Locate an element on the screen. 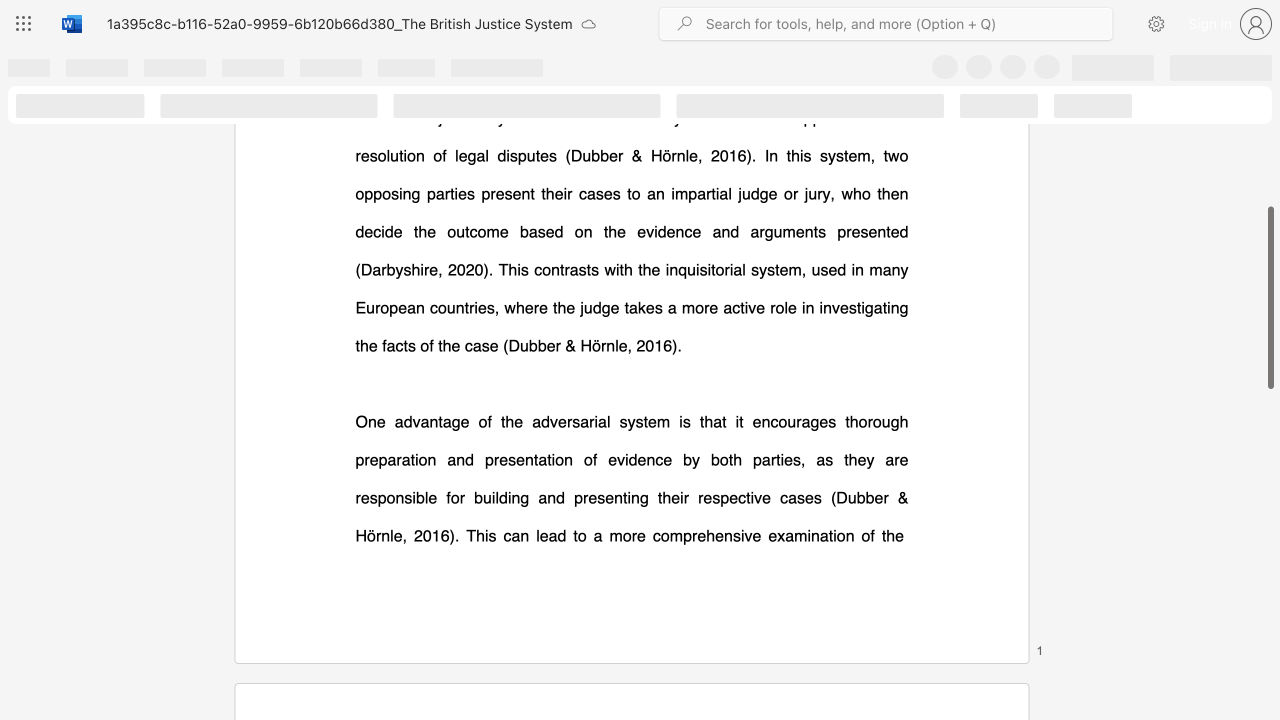  the subset text "bbe" within the text "(Dubber & Hörnle, 2016)" is located at coordinates (856, 496).